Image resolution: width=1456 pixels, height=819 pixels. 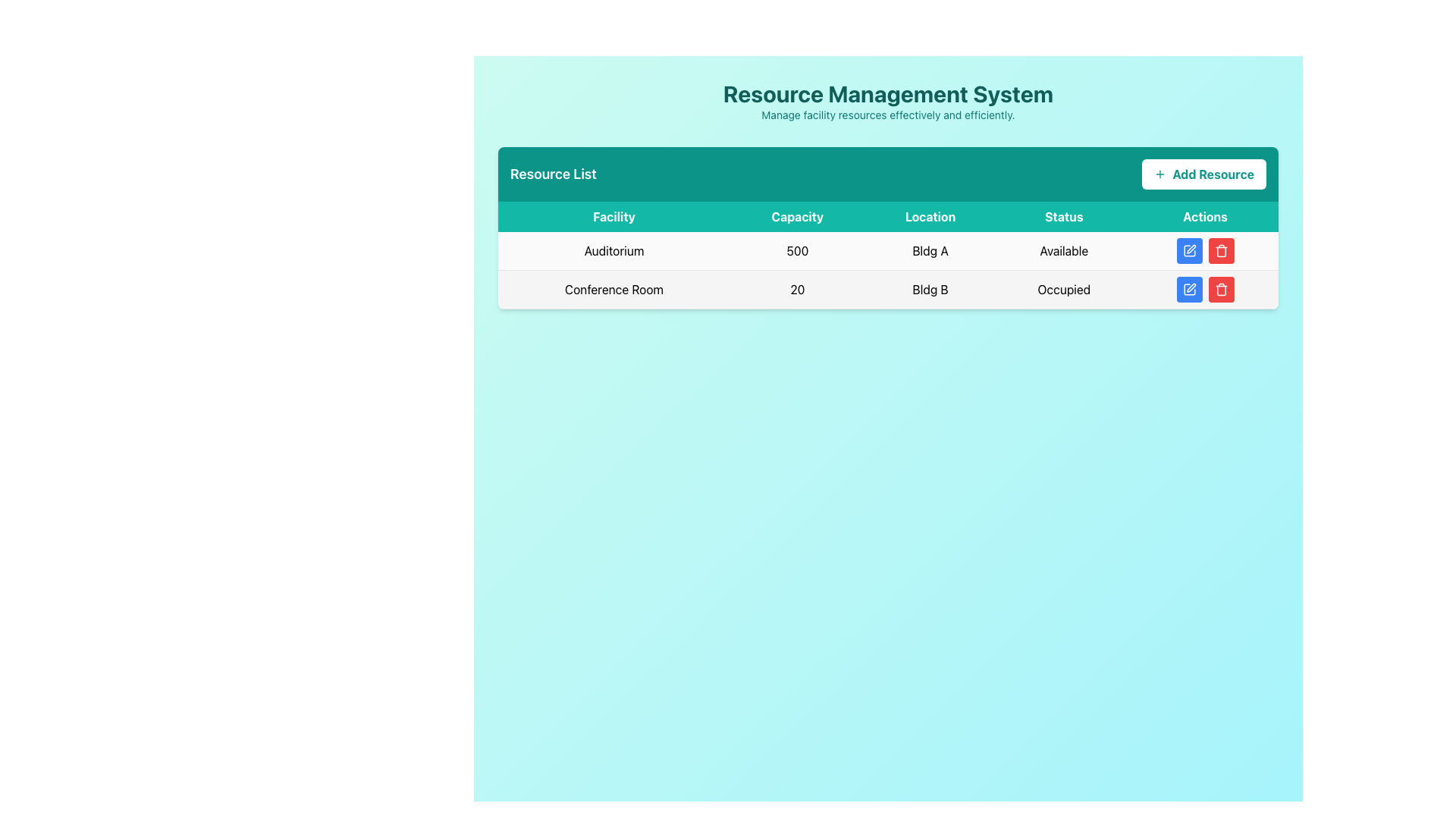 What do you see at coordinates (796, 289) in the screenshot?
I see `value from the table cell containing the text '20' under the 'Capacity' column in the second row of the data table` at bounding box center [796, 289].